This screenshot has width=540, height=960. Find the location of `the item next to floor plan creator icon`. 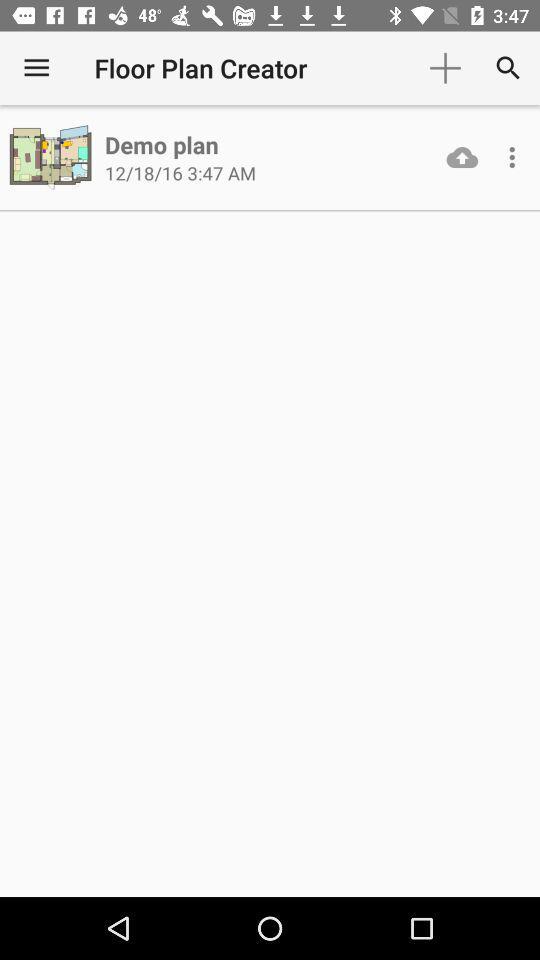

the item next to floor plan creator icon is located at coordinates (36, 68).